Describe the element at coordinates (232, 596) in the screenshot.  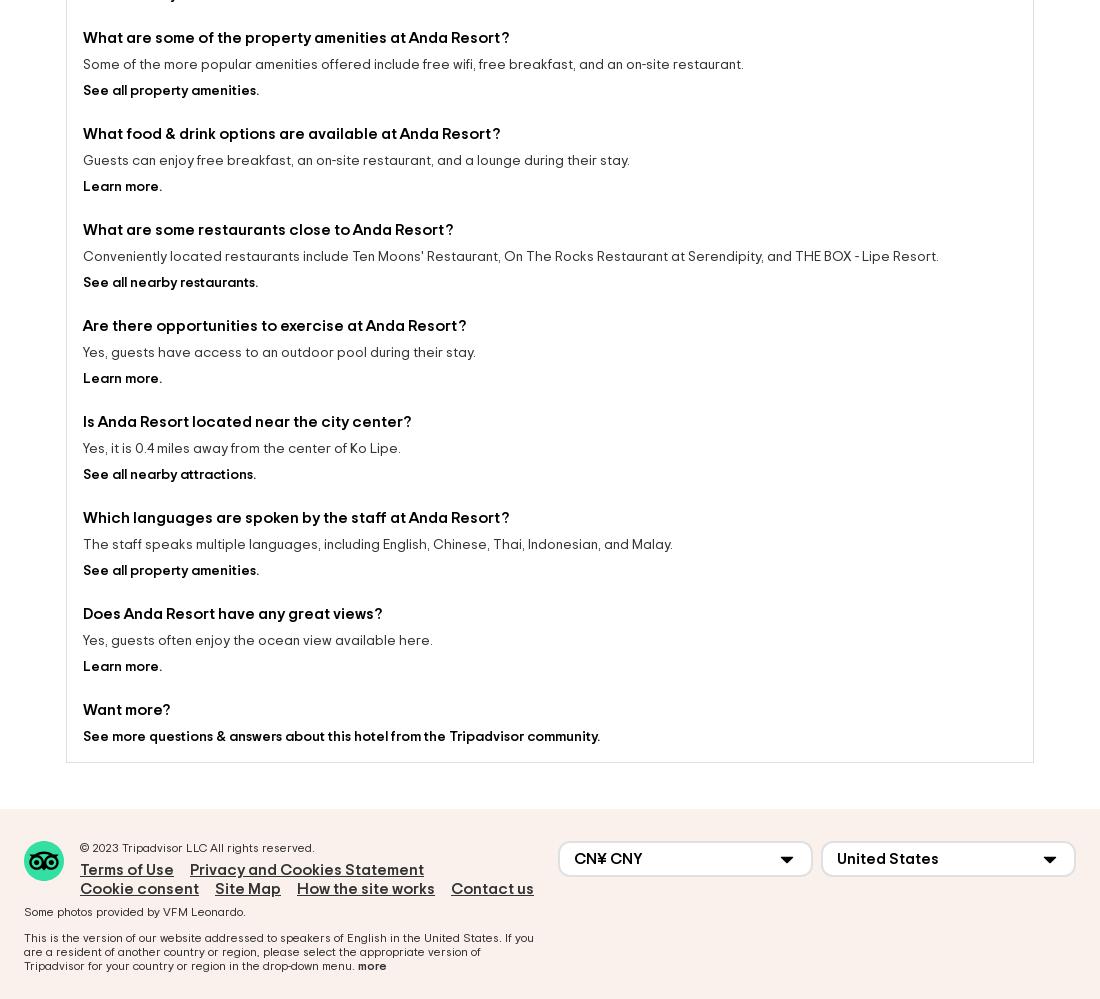
I see `'Does Anda Resort have any great views?'` at that location.